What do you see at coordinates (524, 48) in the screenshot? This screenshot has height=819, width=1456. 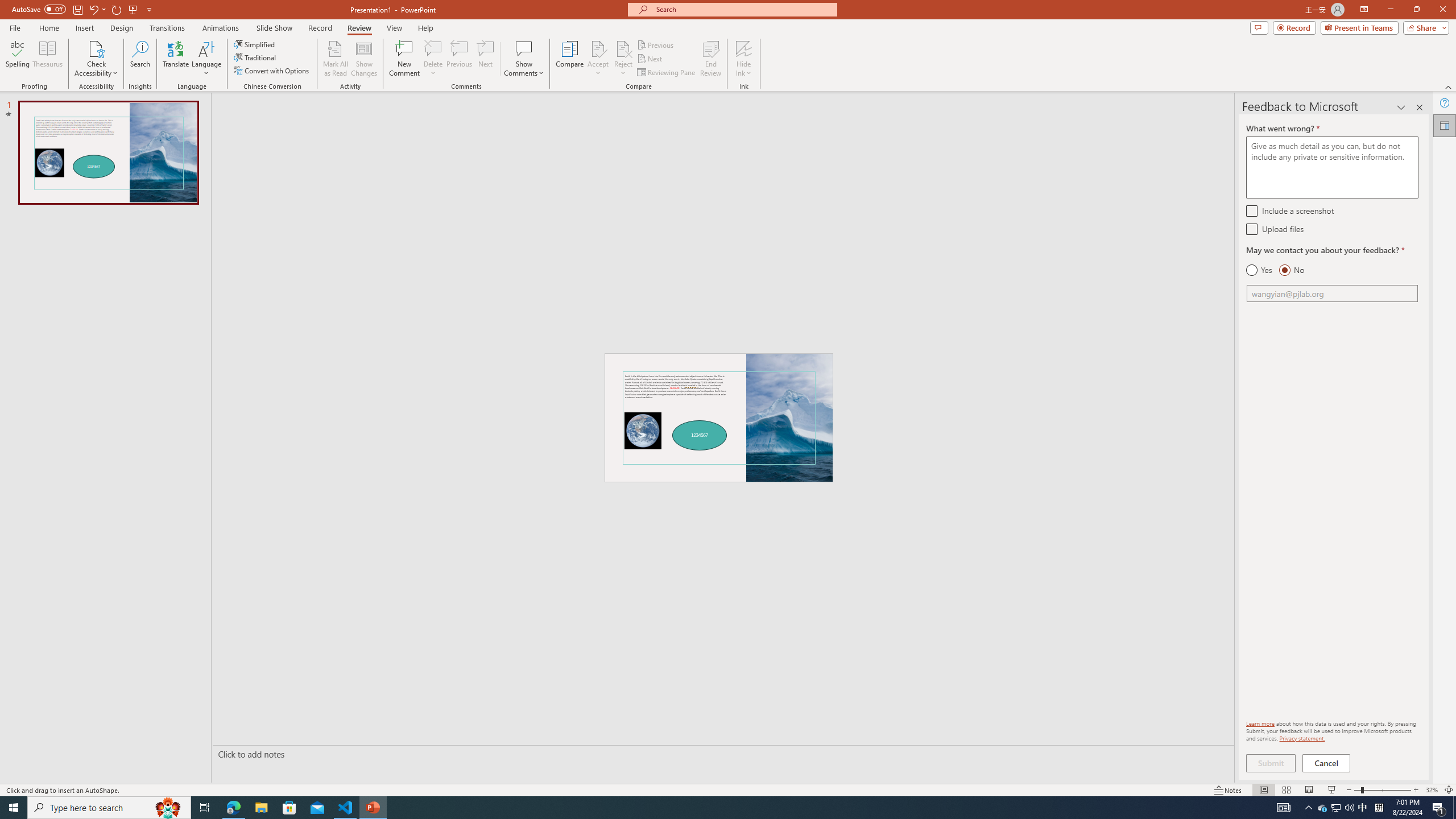 I see `'Show Comments'` at bounding box center [524, 48].